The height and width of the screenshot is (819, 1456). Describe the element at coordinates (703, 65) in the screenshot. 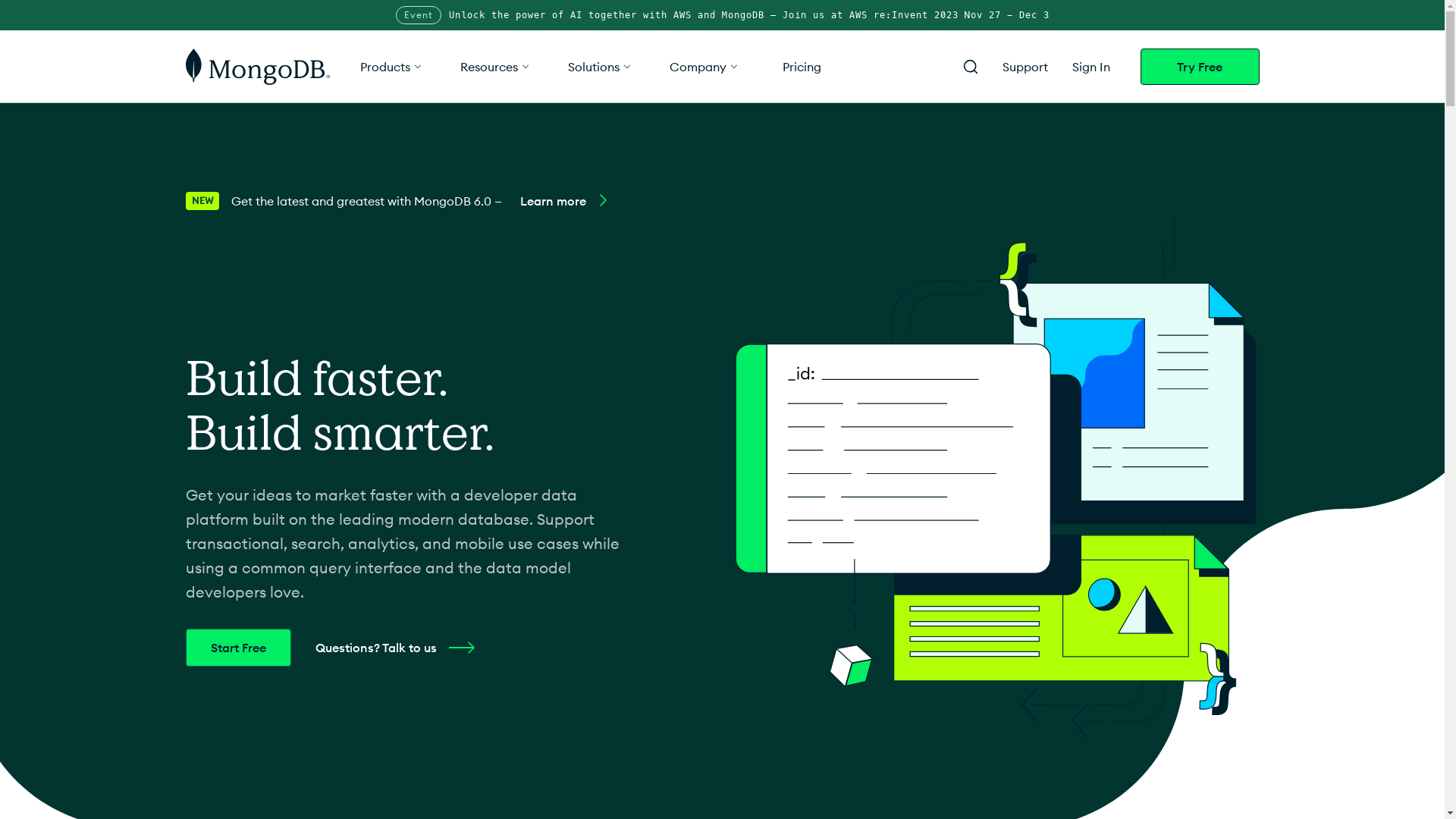

I see `'Company'` at that location.